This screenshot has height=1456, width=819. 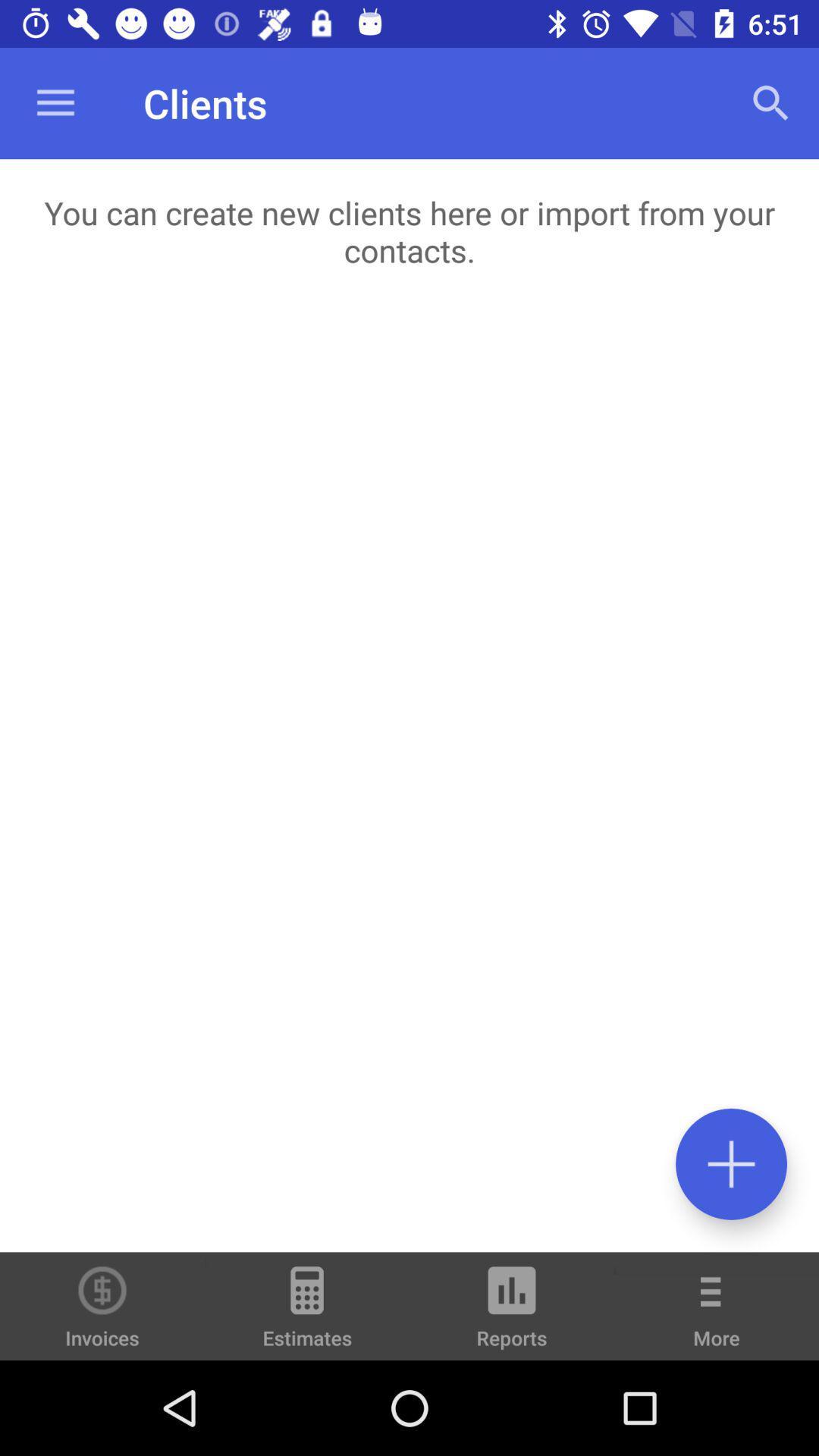 What do you see at coordinates (730, 1163) in the screenshot?
I see `make a new file` at bounding box center [730, 1163].